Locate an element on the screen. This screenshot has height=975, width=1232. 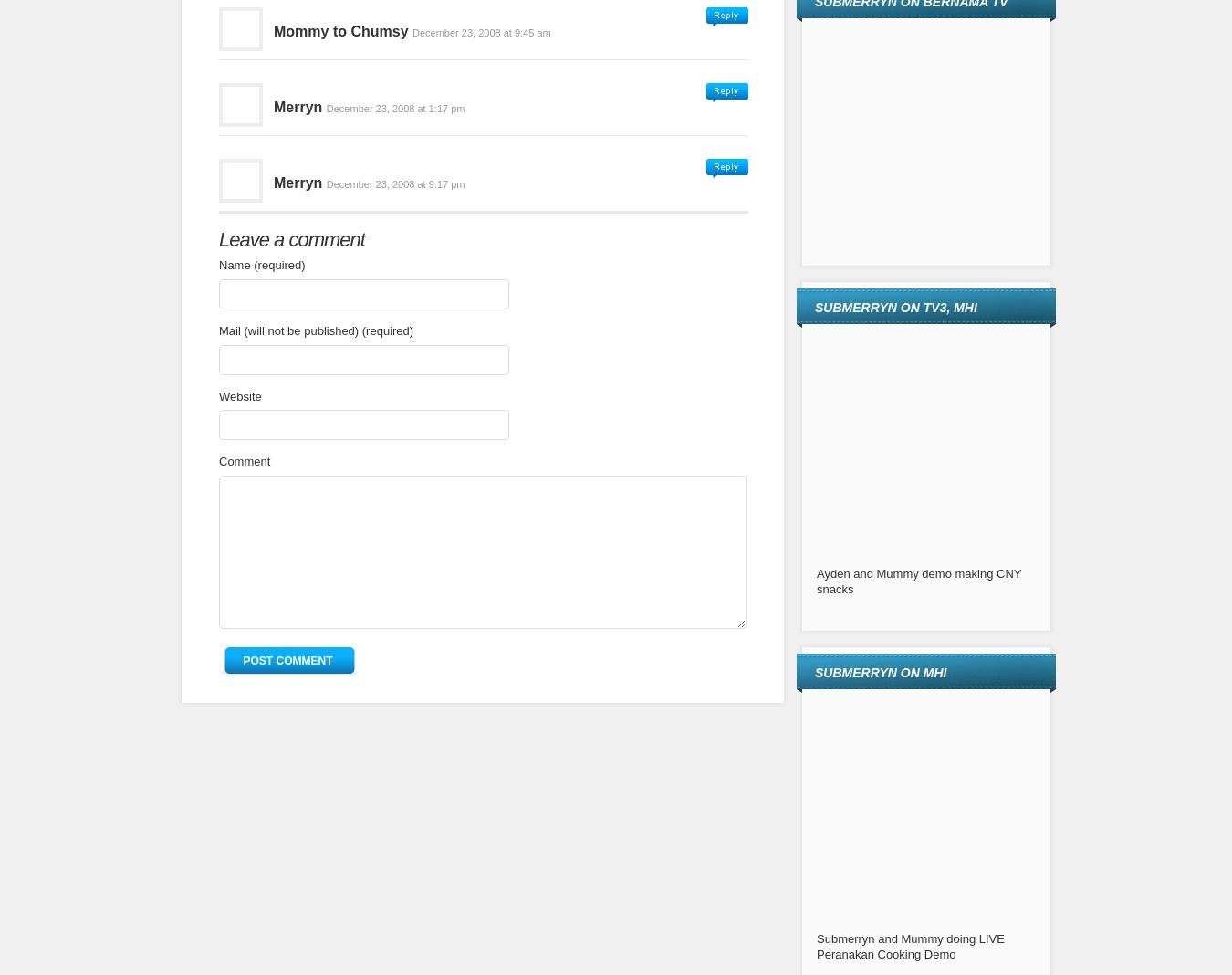
'Mail (will not be published) (required)' is located at coordinates (316, 329).